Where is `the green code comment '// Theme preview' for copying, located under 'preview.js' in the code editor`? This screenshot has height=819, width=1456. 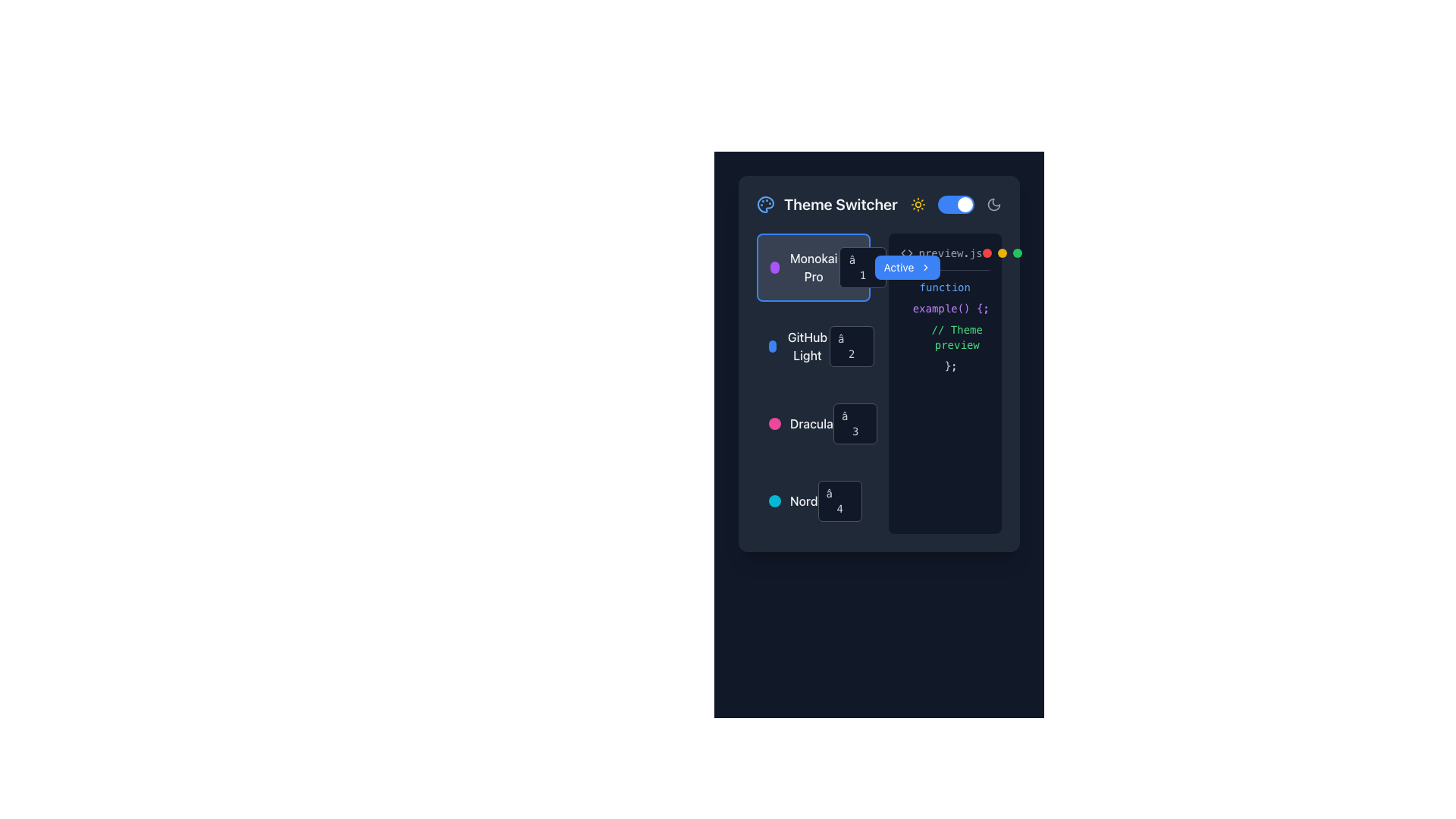 the green code comment '// Theme preview' for copying, located under 'preview.js' in the code editor is located at coordinates (944, 336).